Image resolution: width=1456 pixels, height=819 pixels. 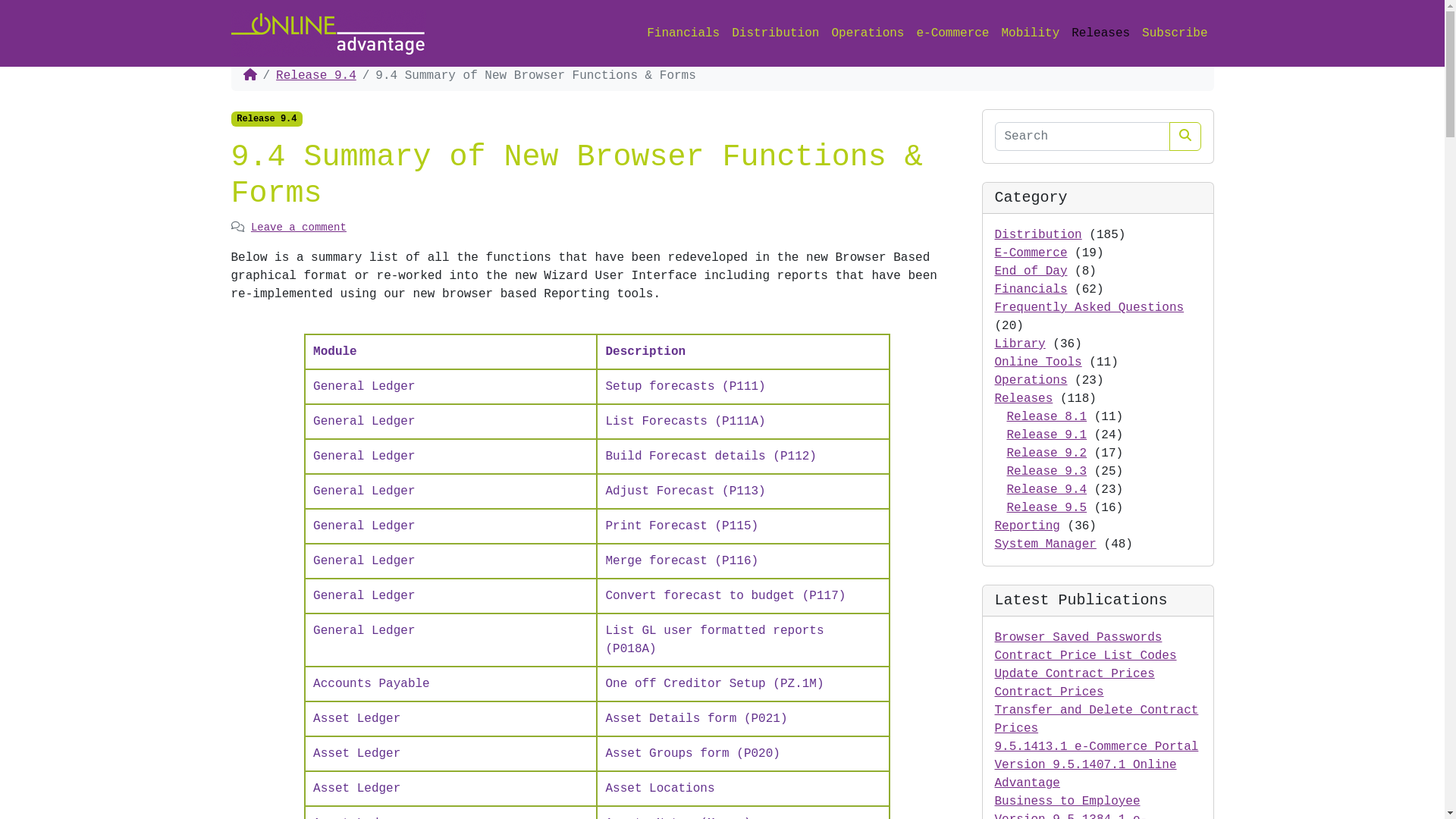 What do you see at coordinates (1074, 673) in the screenshot?
I see `'Update Contract Prices'` at bounding box center [1074, 673].